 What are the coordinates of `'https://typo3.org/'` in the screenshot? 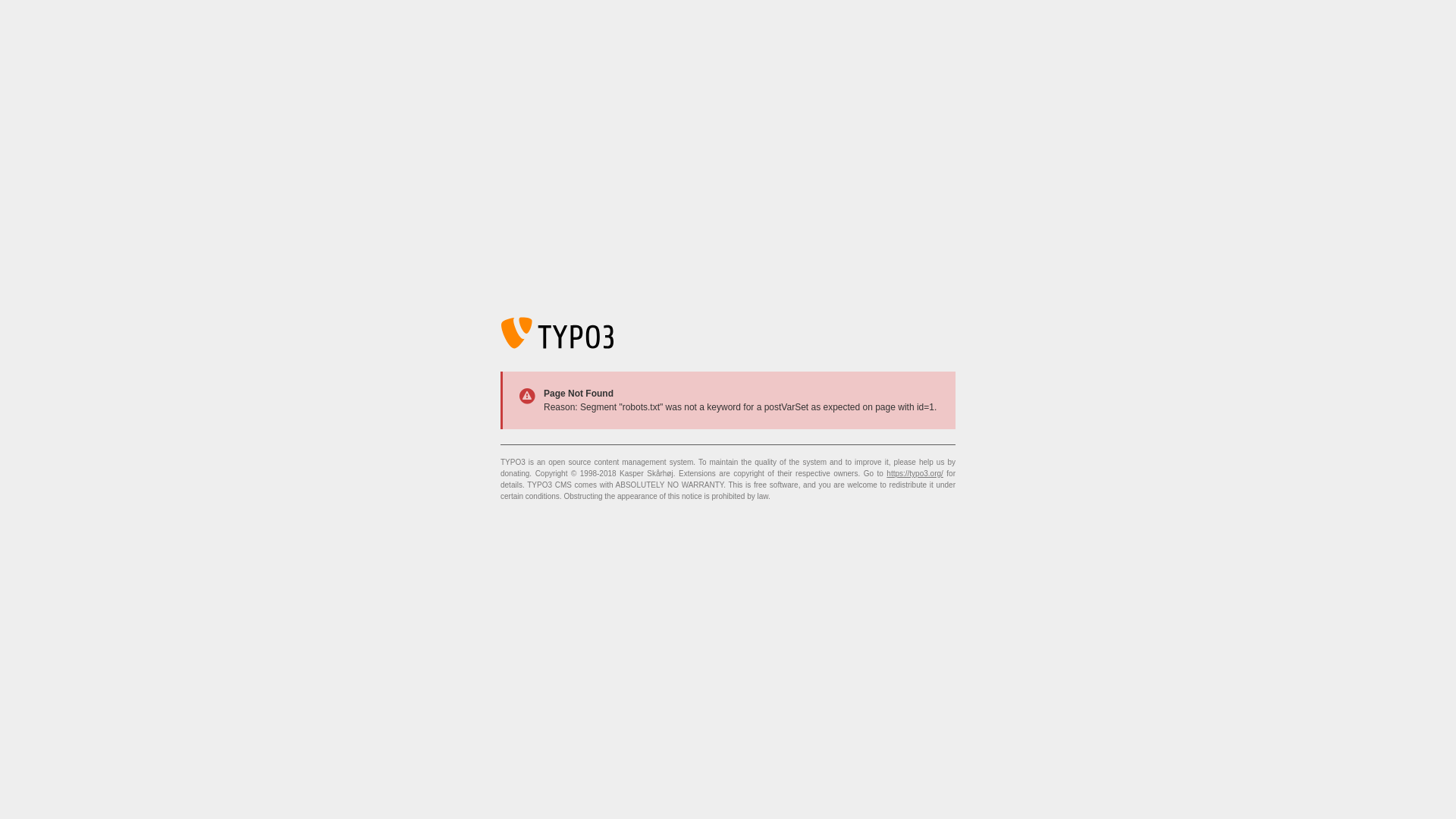 It's located at (914, 472).